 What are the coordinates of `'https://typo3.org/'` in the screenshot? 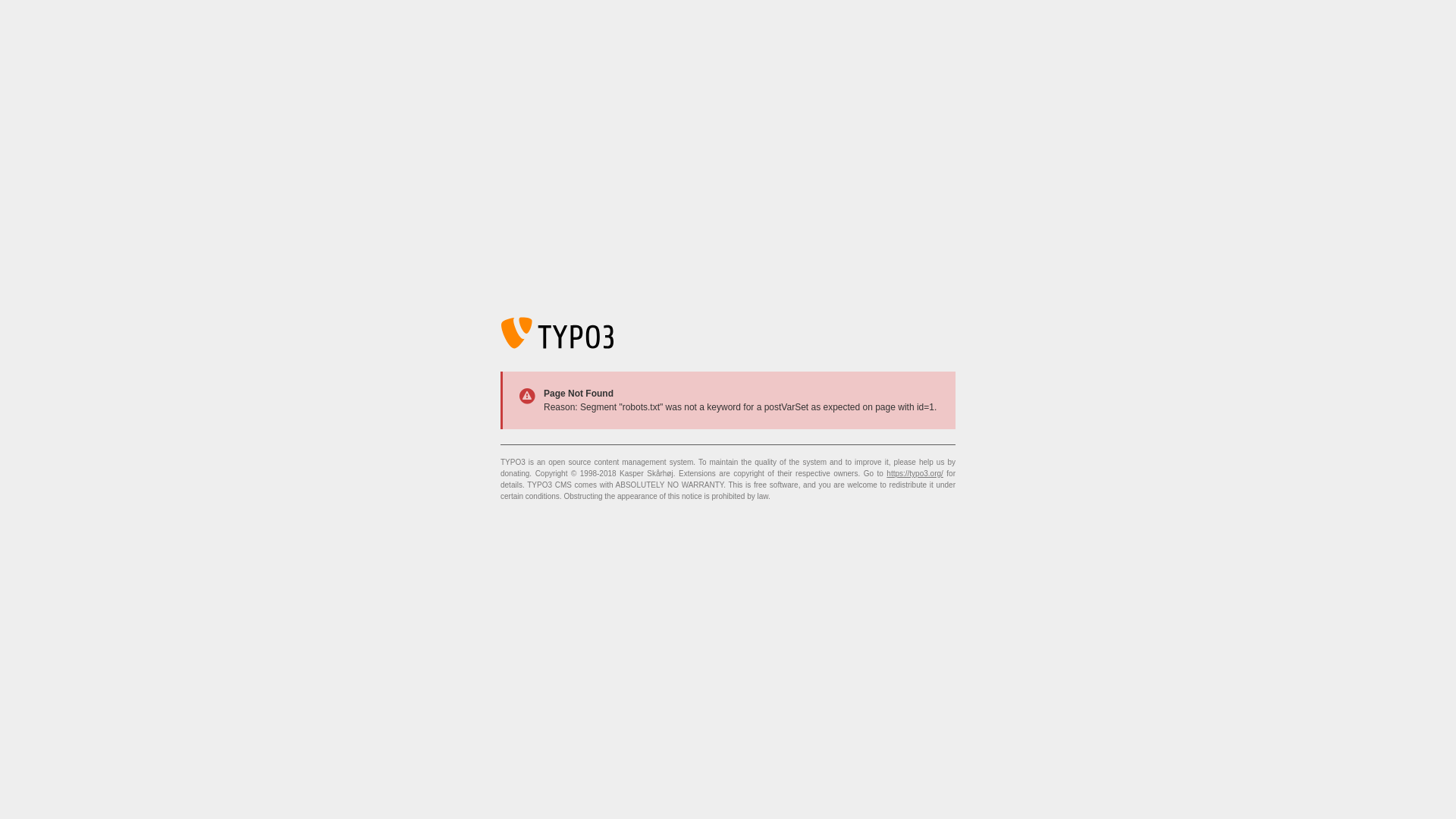 It's located at (914, 472).